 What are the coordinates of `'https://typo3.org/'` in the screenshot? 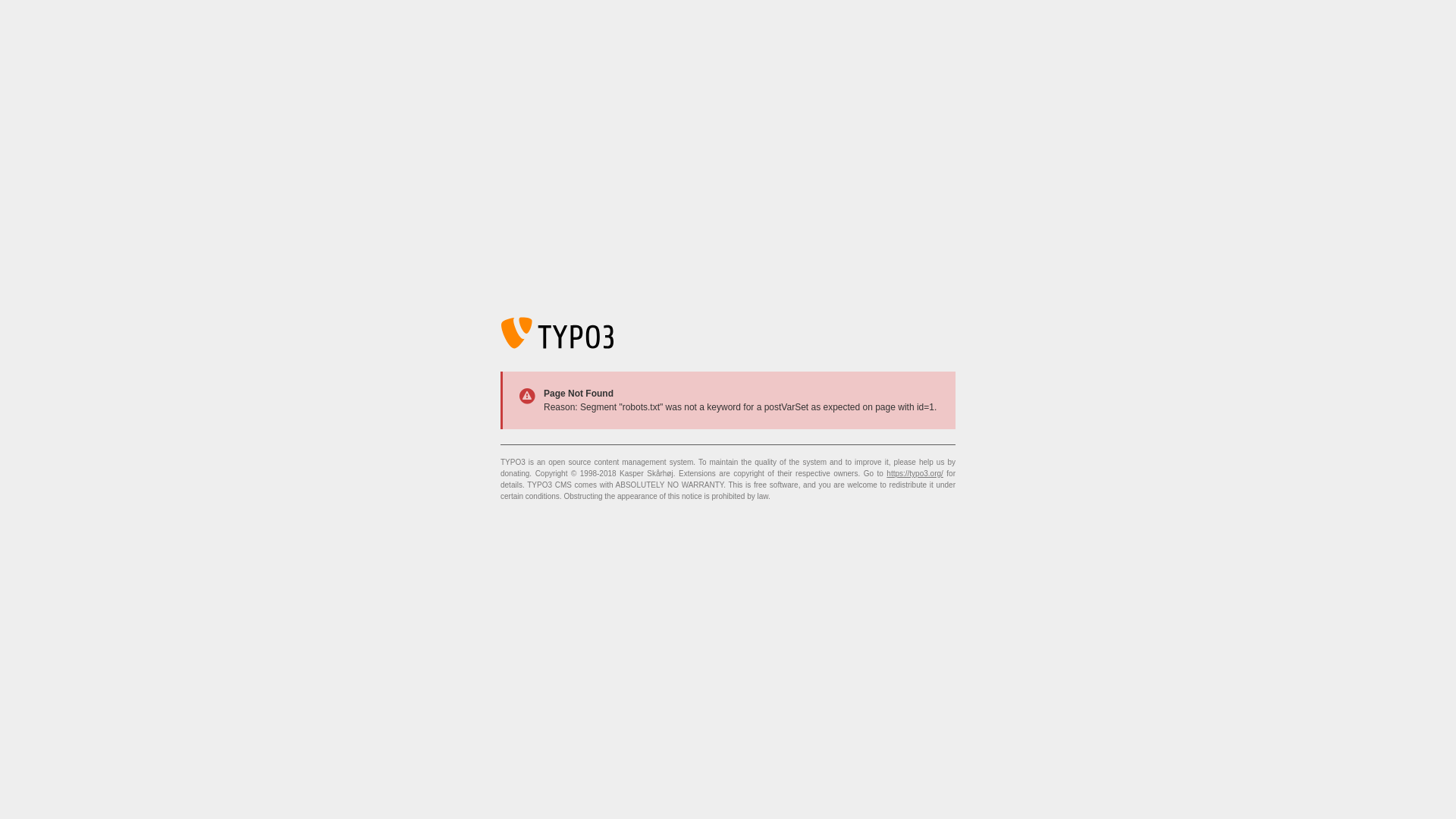 It's located at (914, 472).